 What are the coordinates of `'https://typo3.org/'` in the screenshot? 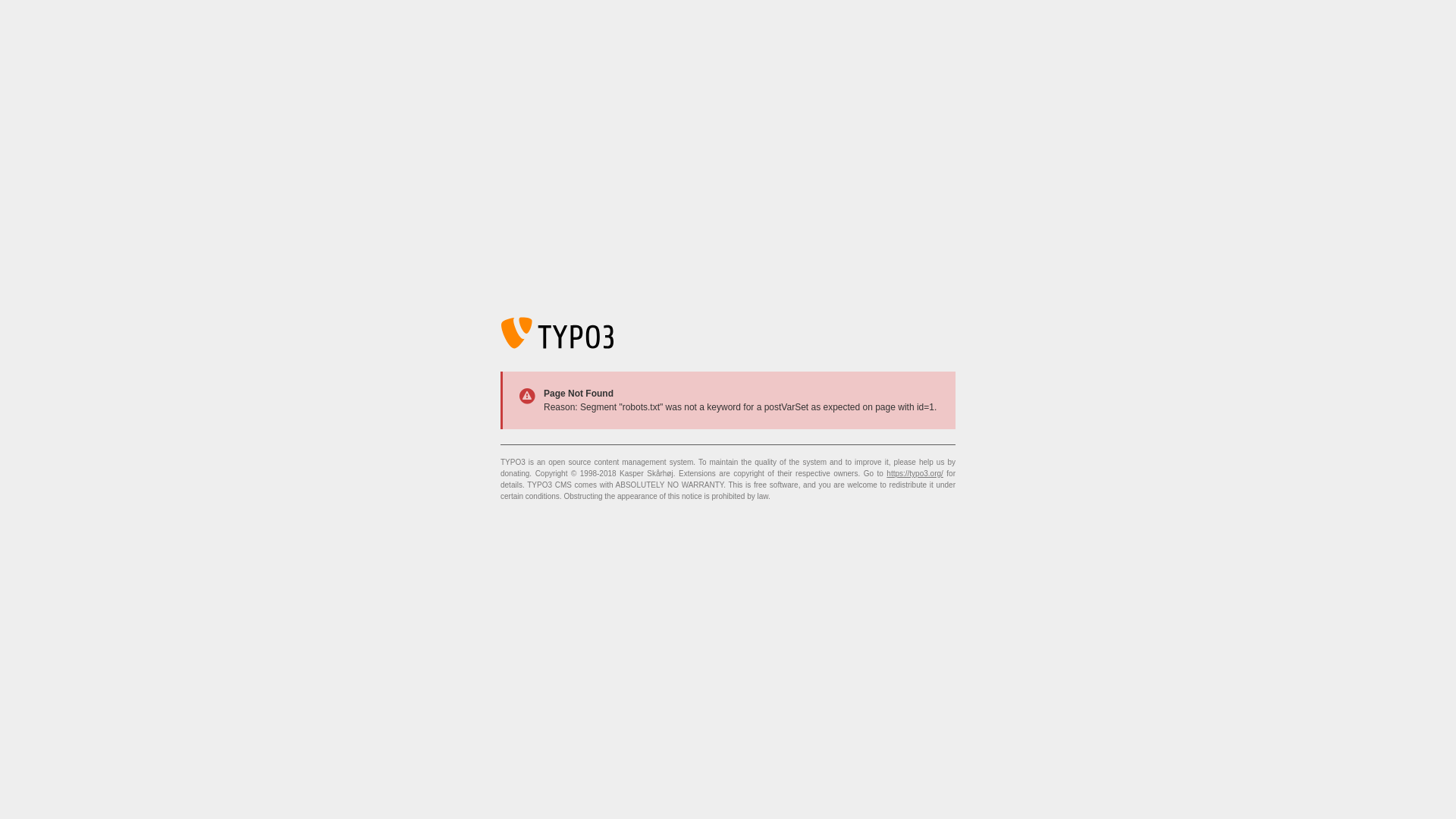 It's located at (914, 472).